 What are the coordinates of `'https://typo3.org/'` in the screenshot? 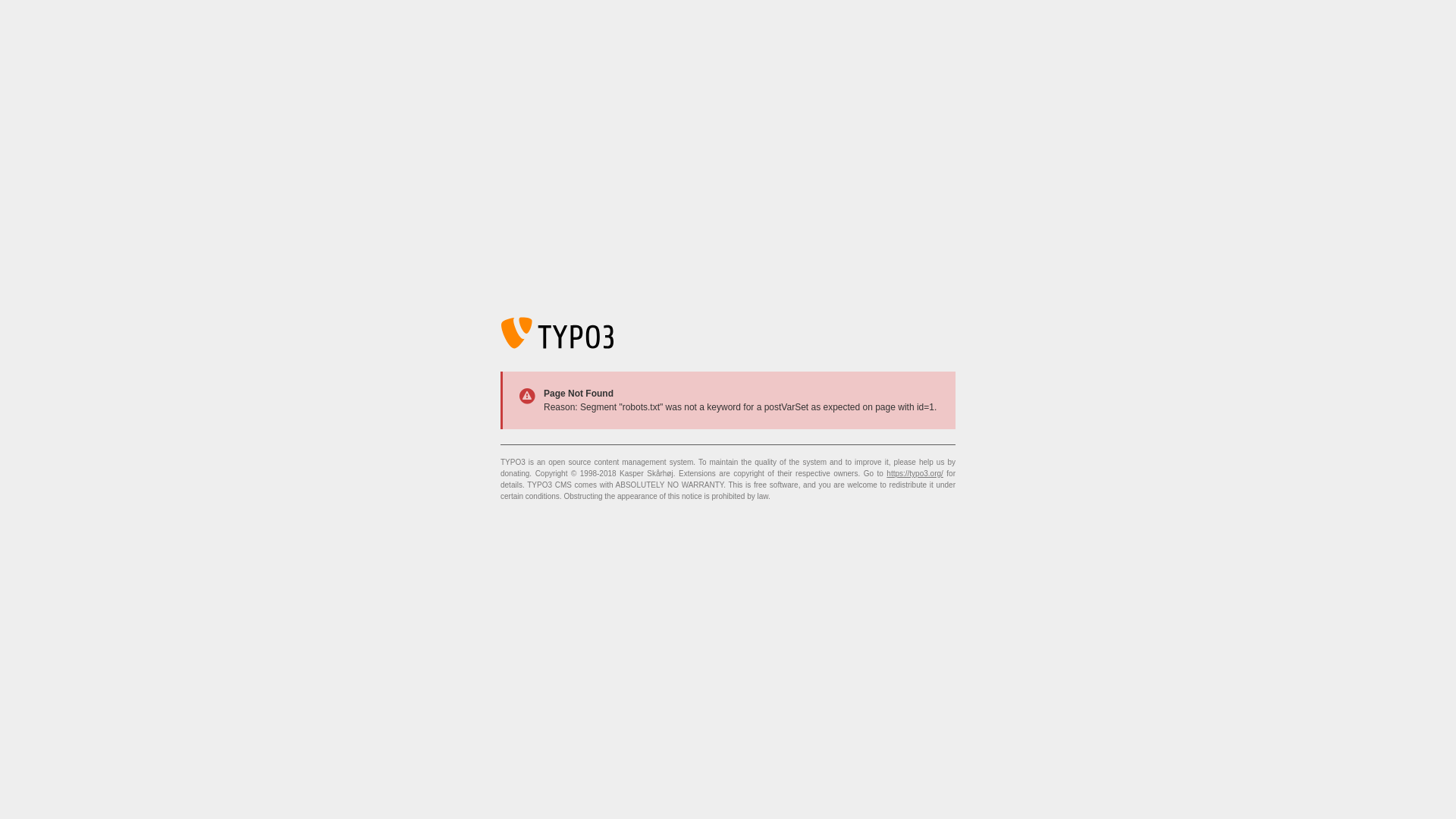 It's located at (914, 472).